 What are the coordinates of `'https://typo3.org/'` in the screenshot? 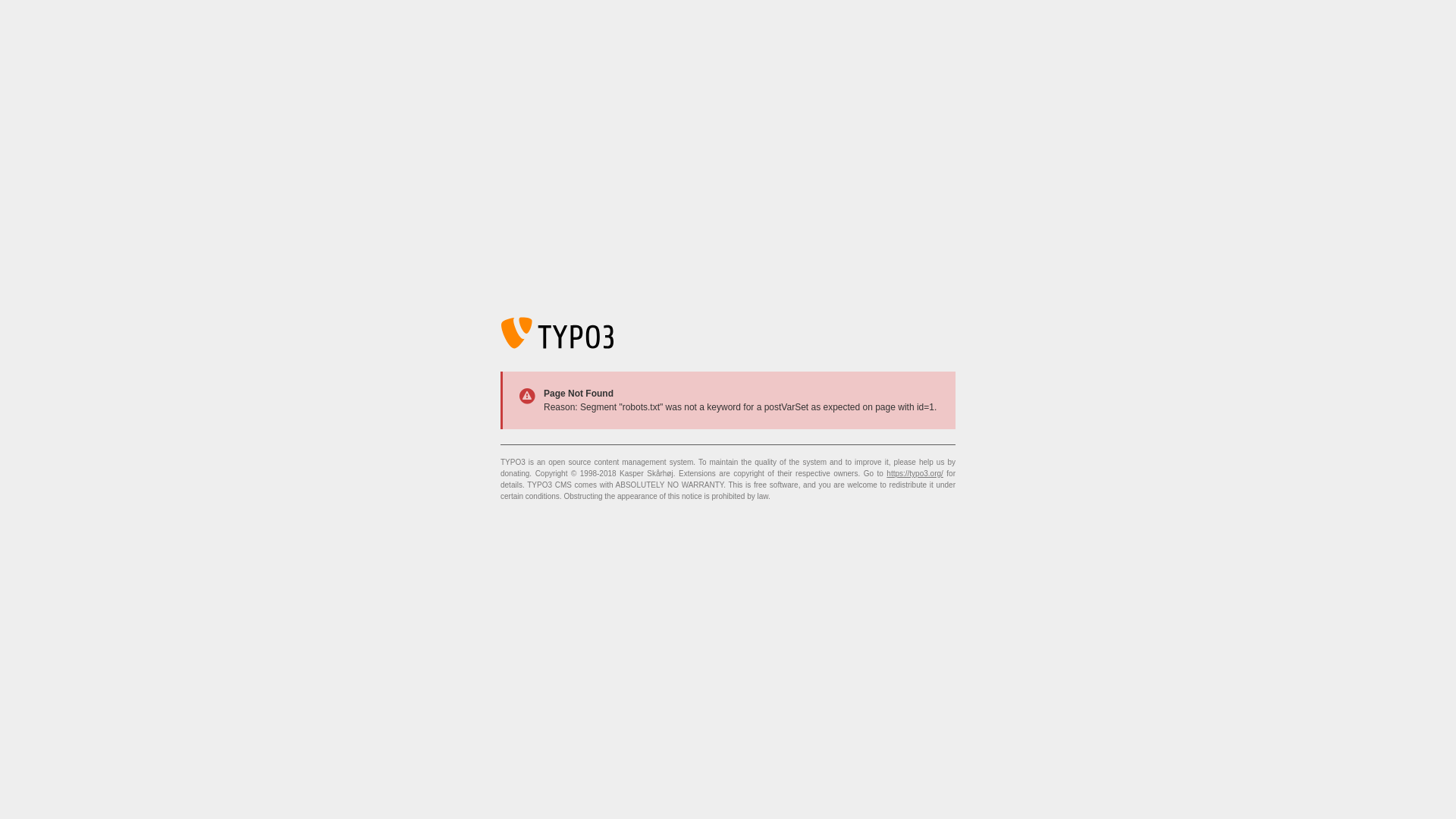 It's located at (914, 472).